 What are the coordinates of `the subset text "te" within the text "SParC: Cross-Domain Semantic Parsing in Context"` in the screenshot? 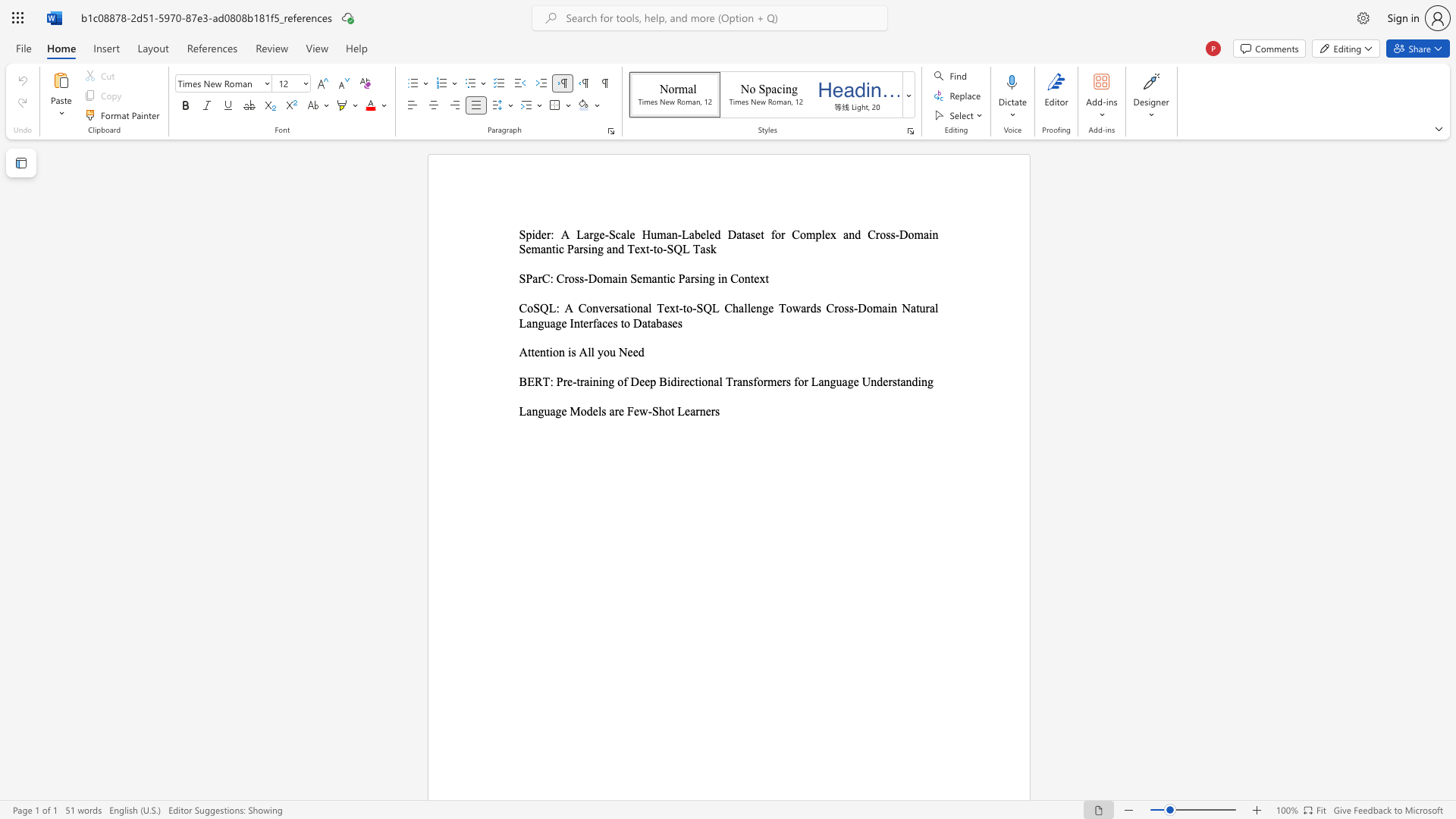 It's located at (750, 278).